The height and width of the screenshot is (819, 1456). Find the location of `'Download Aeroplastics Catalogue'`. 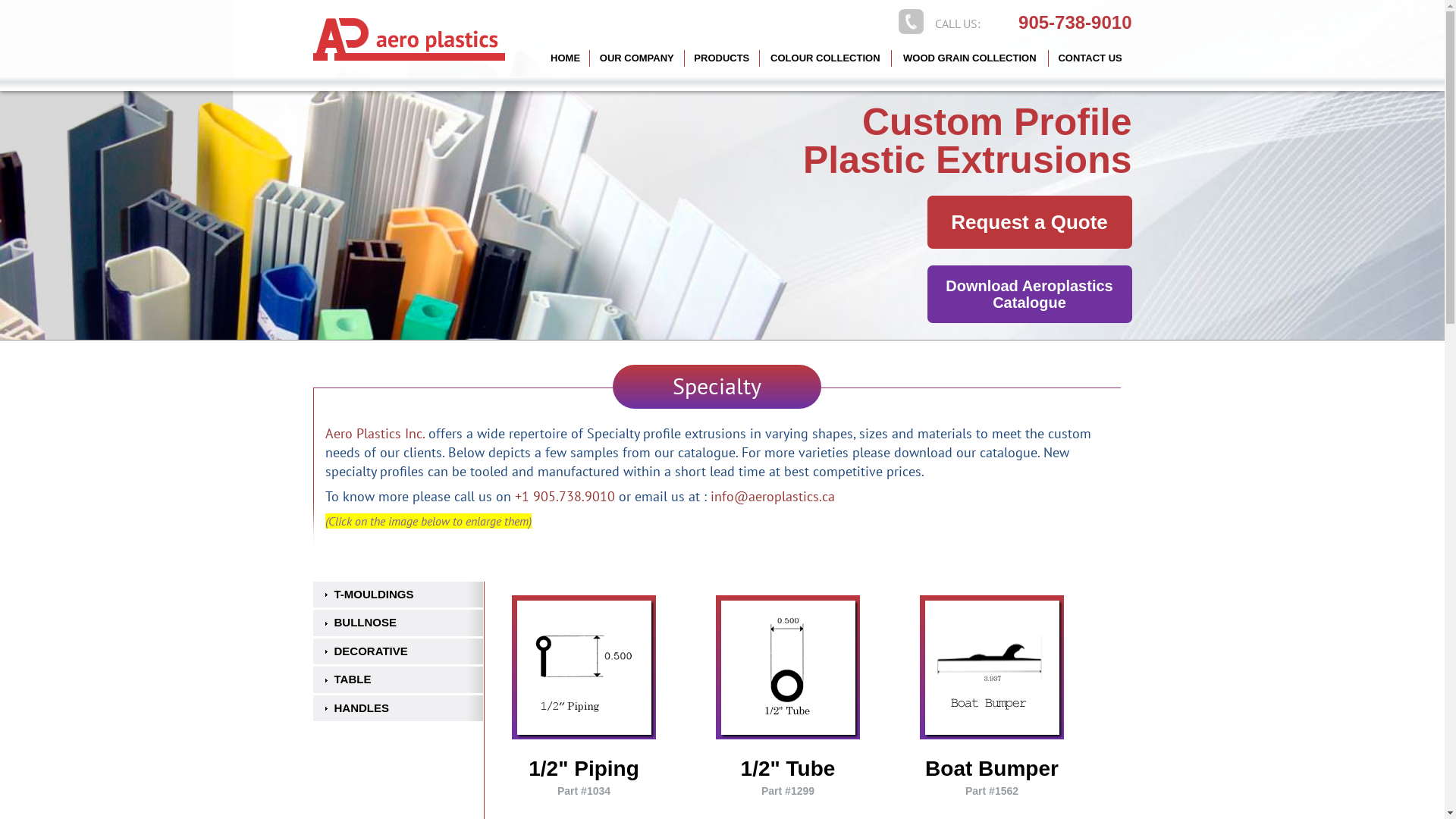

'Download Aeroplastics Catalogue' is located at coordinates (926, 294).